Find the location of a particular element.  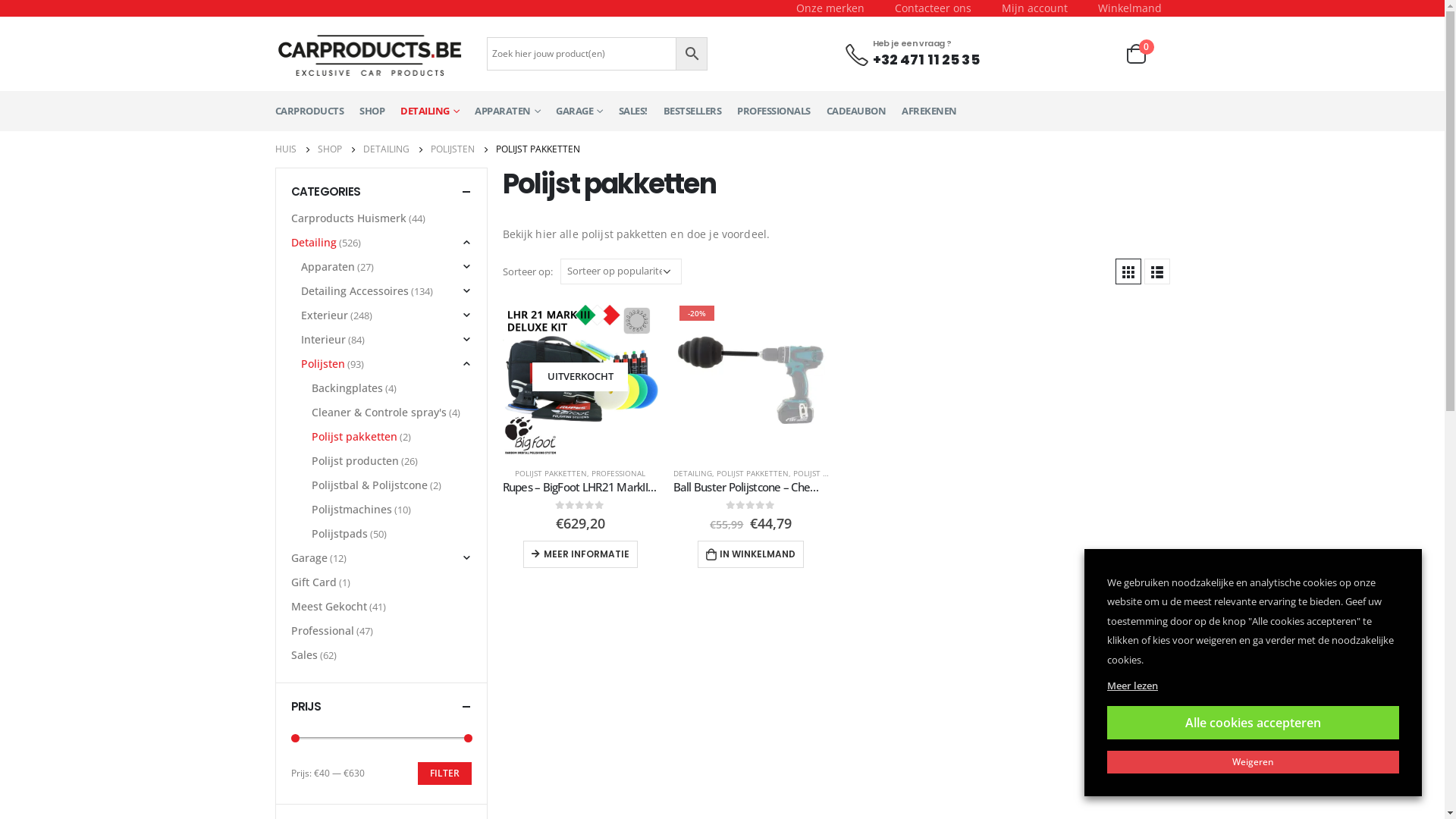

'Rasterweergave' is located at coordinates (1114, 271).